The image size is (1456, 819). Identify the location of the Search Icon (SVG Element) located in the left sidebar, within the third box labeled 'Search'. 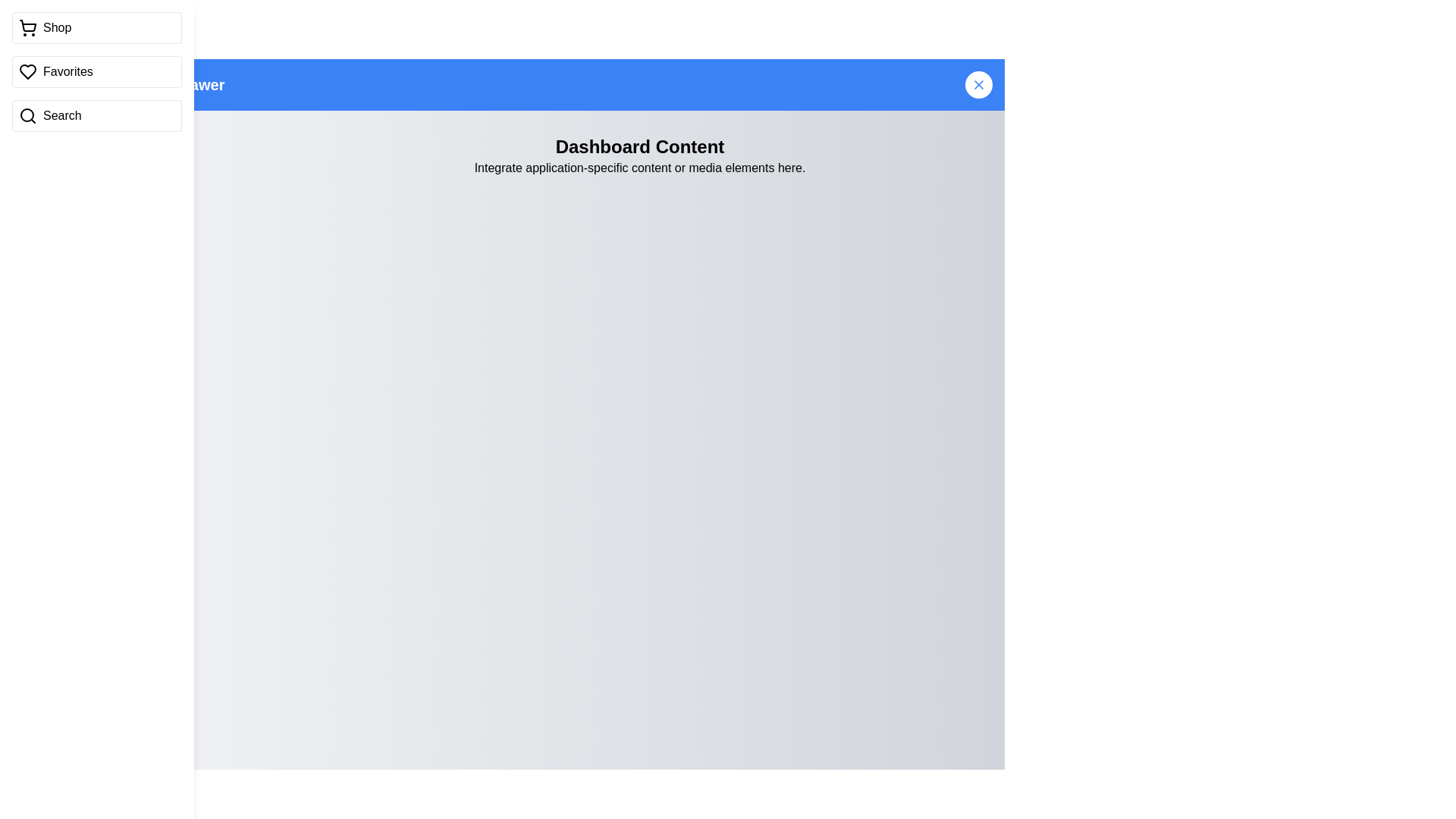
(28, 115).